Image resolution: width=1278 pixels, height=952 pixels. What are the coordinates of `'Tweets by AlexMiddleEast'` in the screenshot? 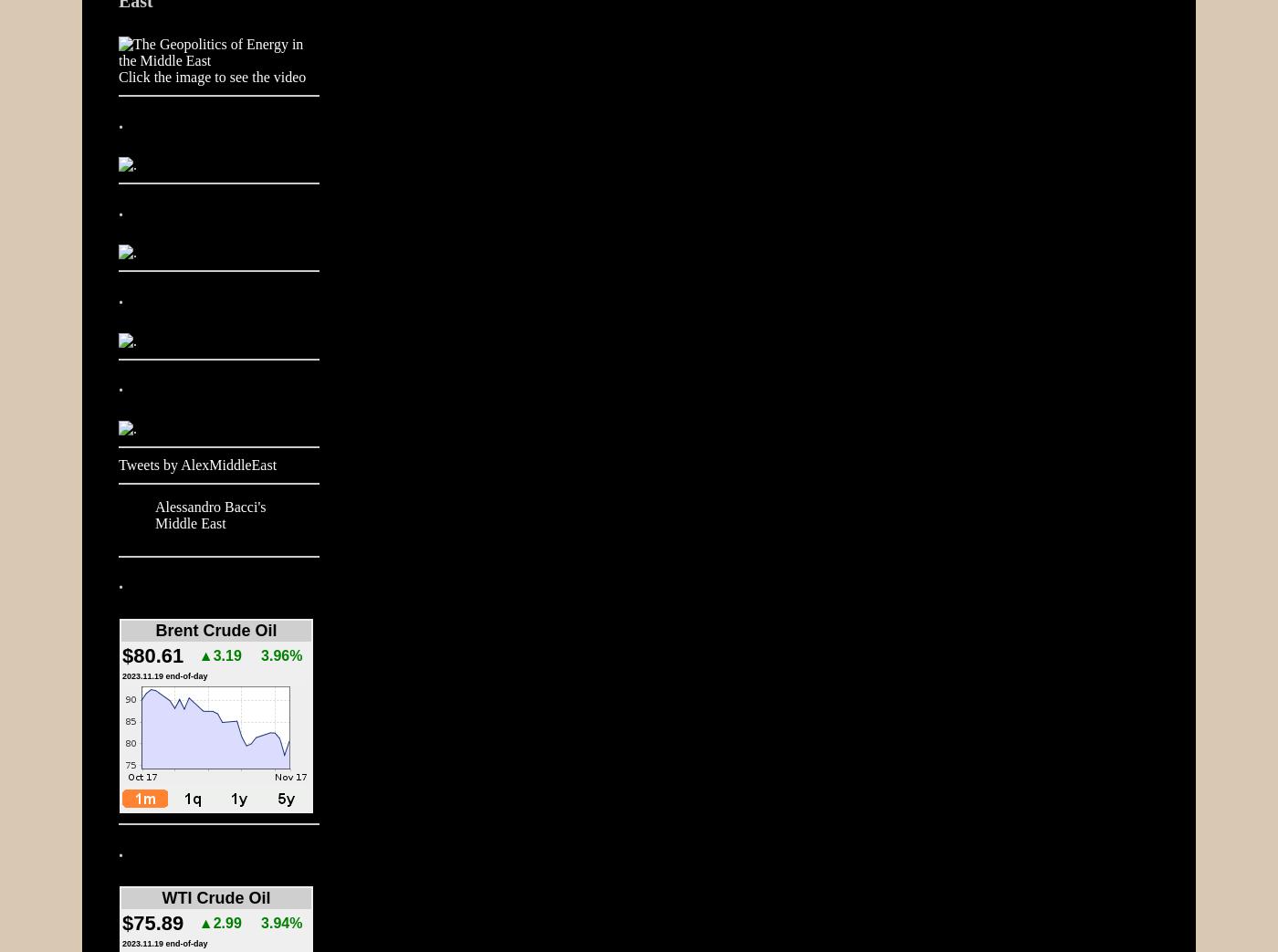 It's located at (119, 463).